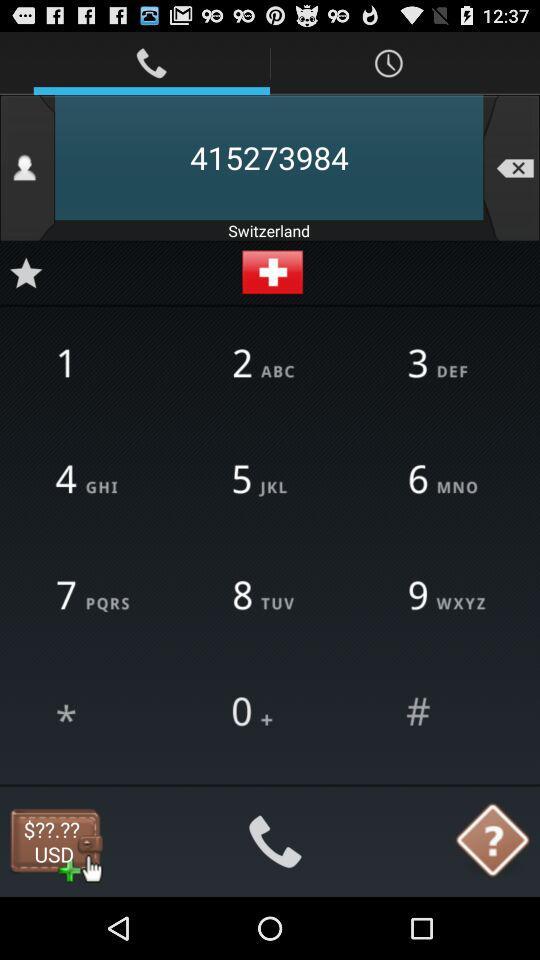  I want to click on star logo, so click(24, 272).